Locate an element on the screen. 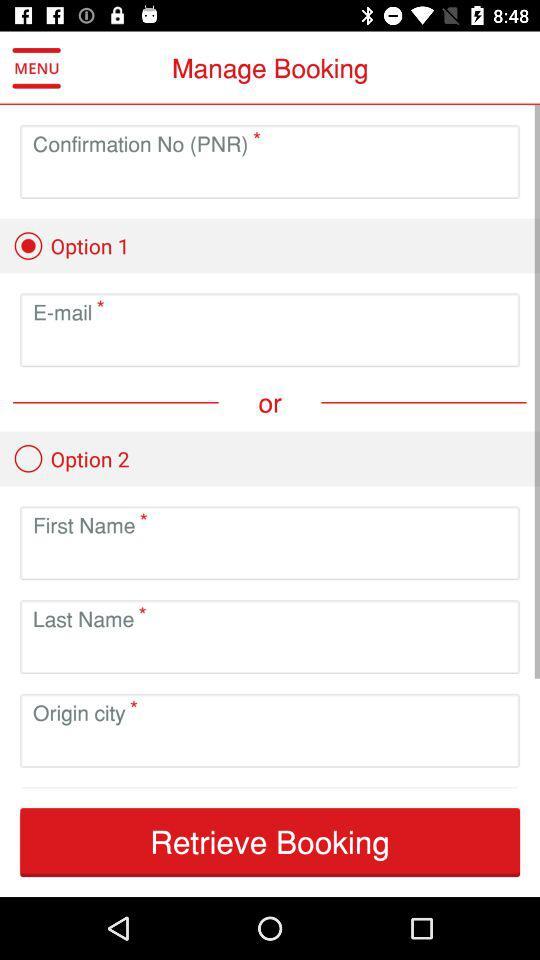 Image resolution: width=540 pixels, height=960 pixels. icon above e-mail is located at coordinates (70, 245).